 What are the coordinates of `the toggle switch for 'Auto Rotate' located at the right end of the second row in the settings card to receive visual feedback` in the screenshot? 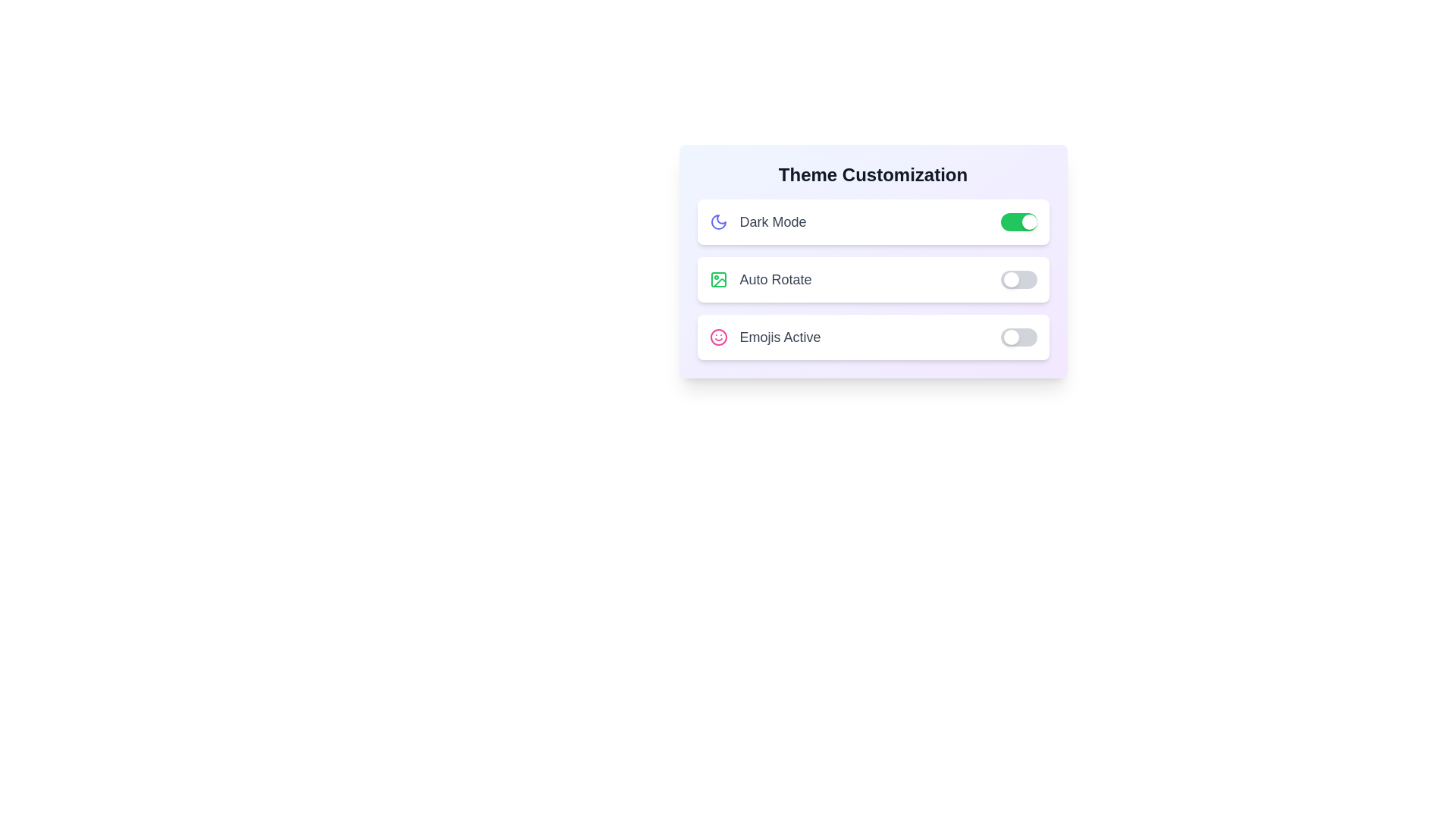 It's located at (1018, 280).